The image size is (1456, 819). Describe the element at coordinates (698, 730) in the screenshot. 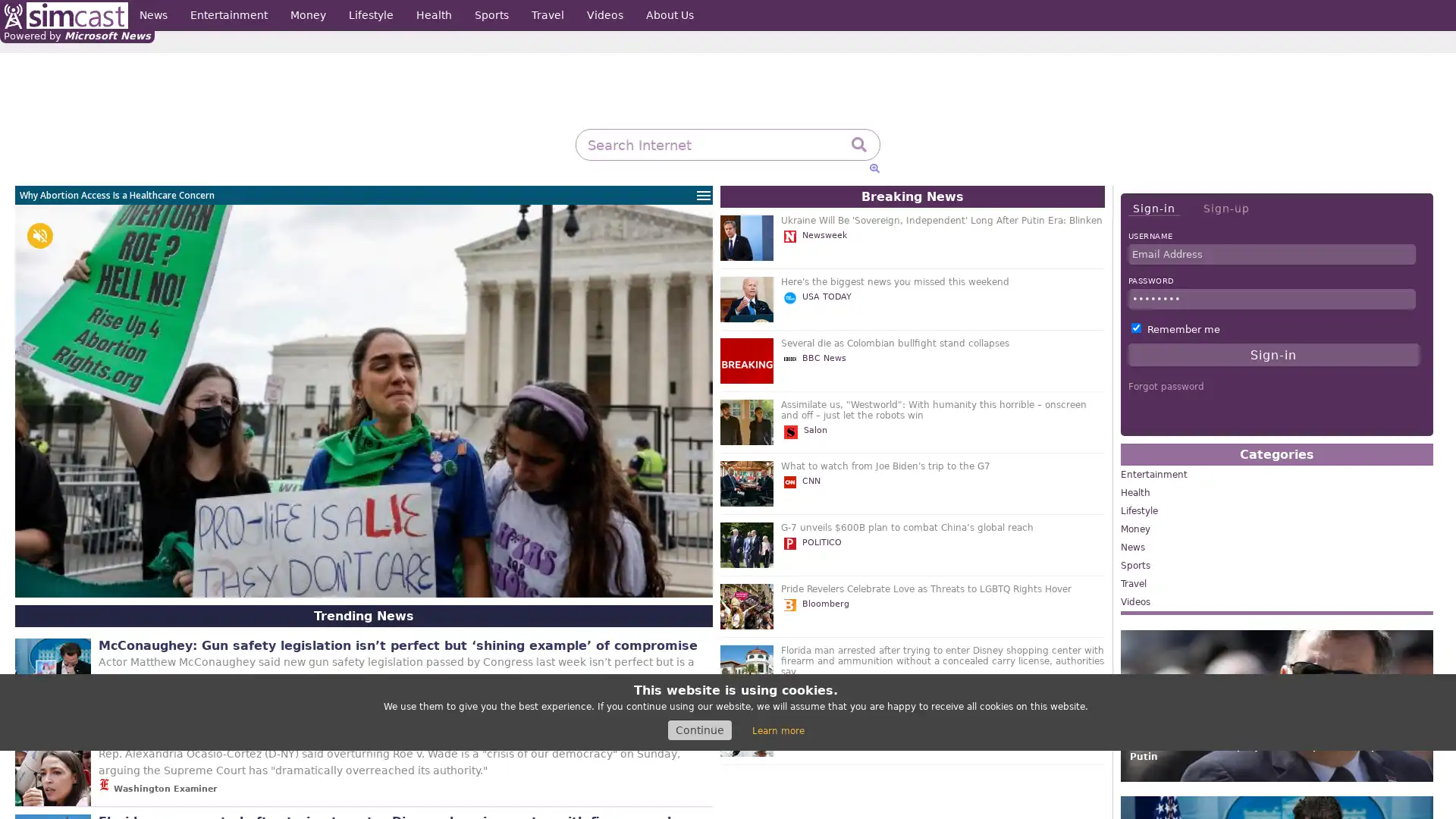

I see `Continue` at that location.